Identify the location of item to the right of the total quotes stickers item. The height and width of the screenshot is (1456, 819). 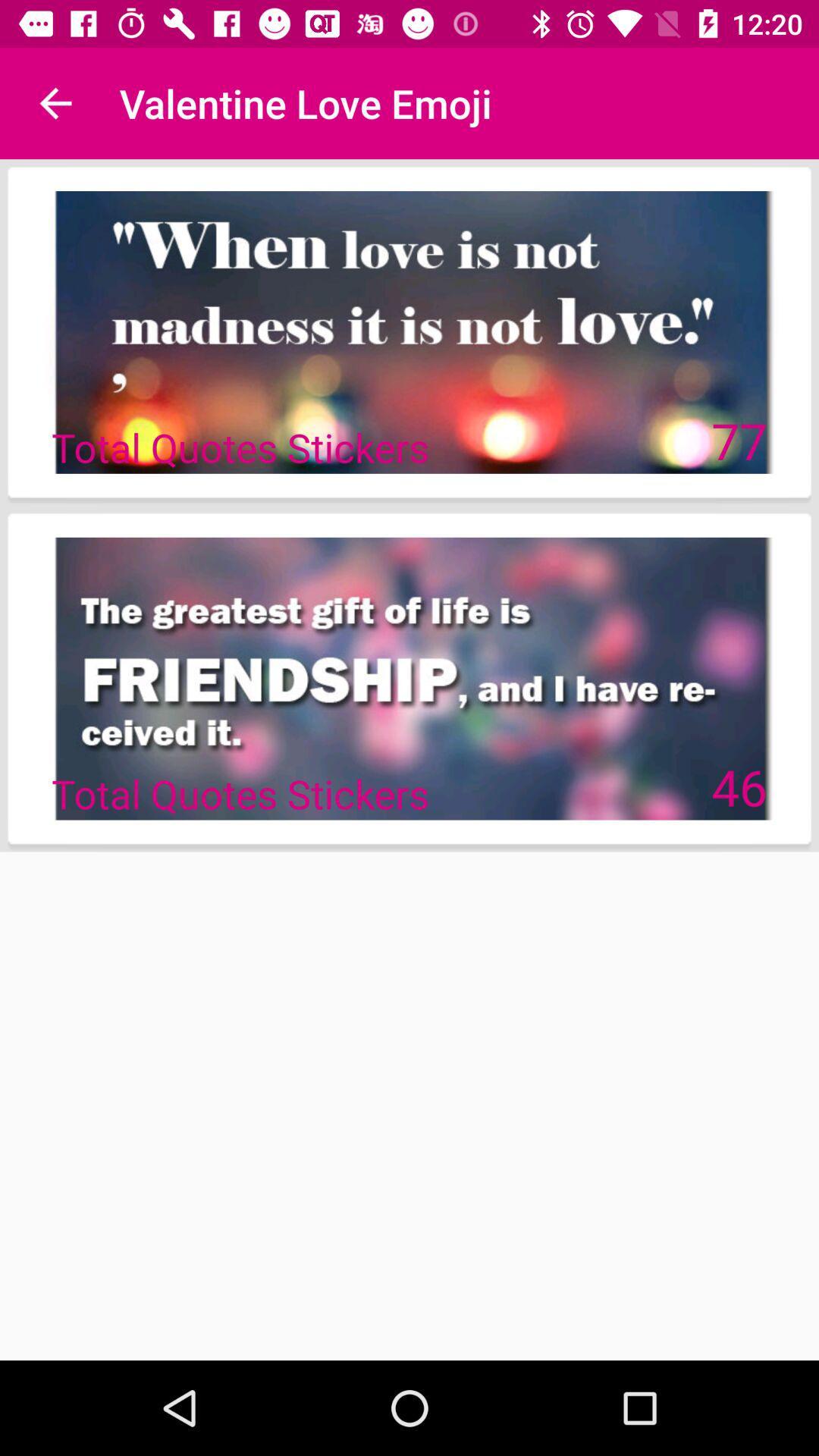
(739, 439).